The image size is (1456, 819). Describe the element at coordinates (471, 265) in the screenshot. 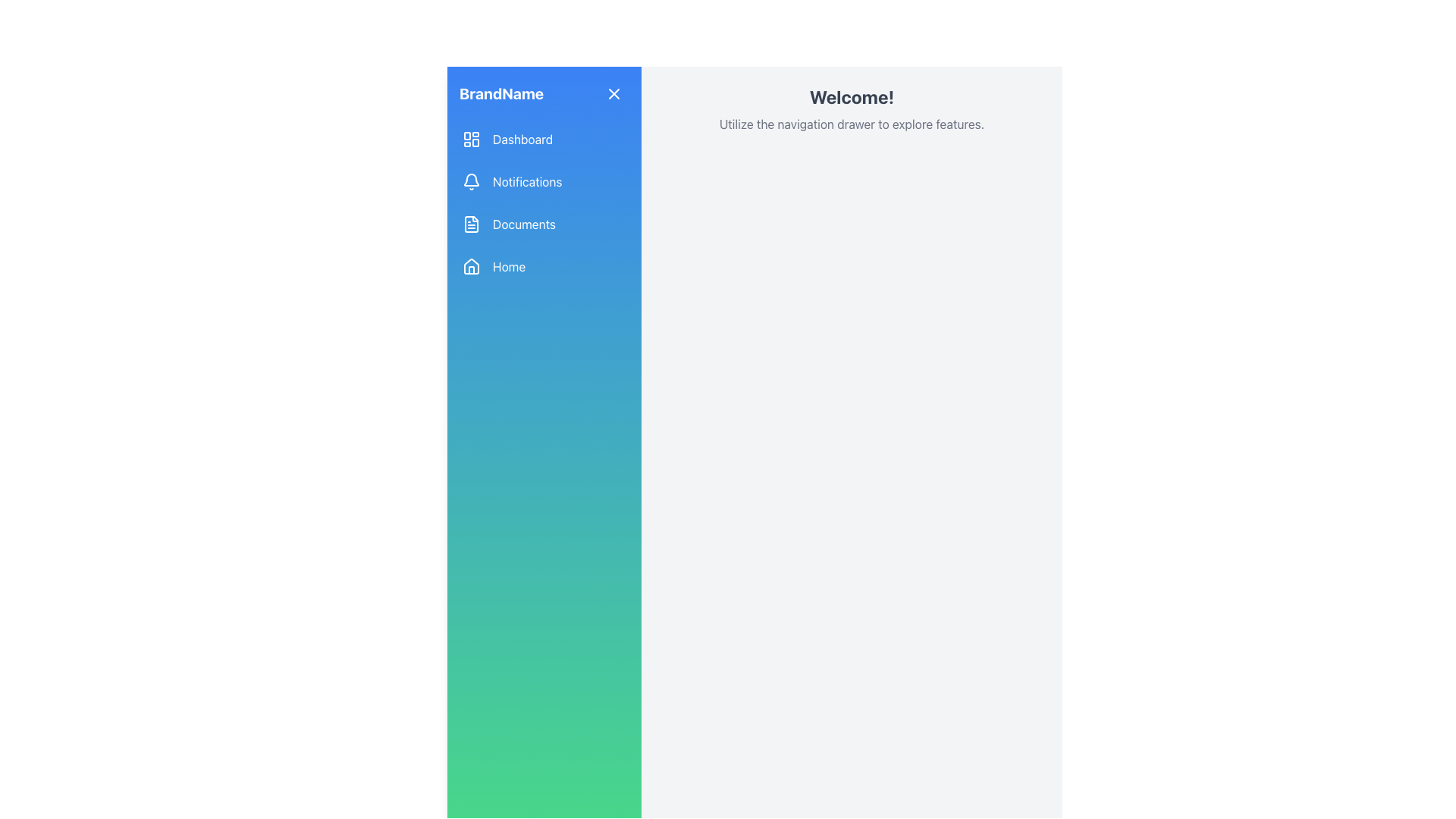

I see `the 'Home' SVG icon located at the bottom of the left sidebar` at that location.